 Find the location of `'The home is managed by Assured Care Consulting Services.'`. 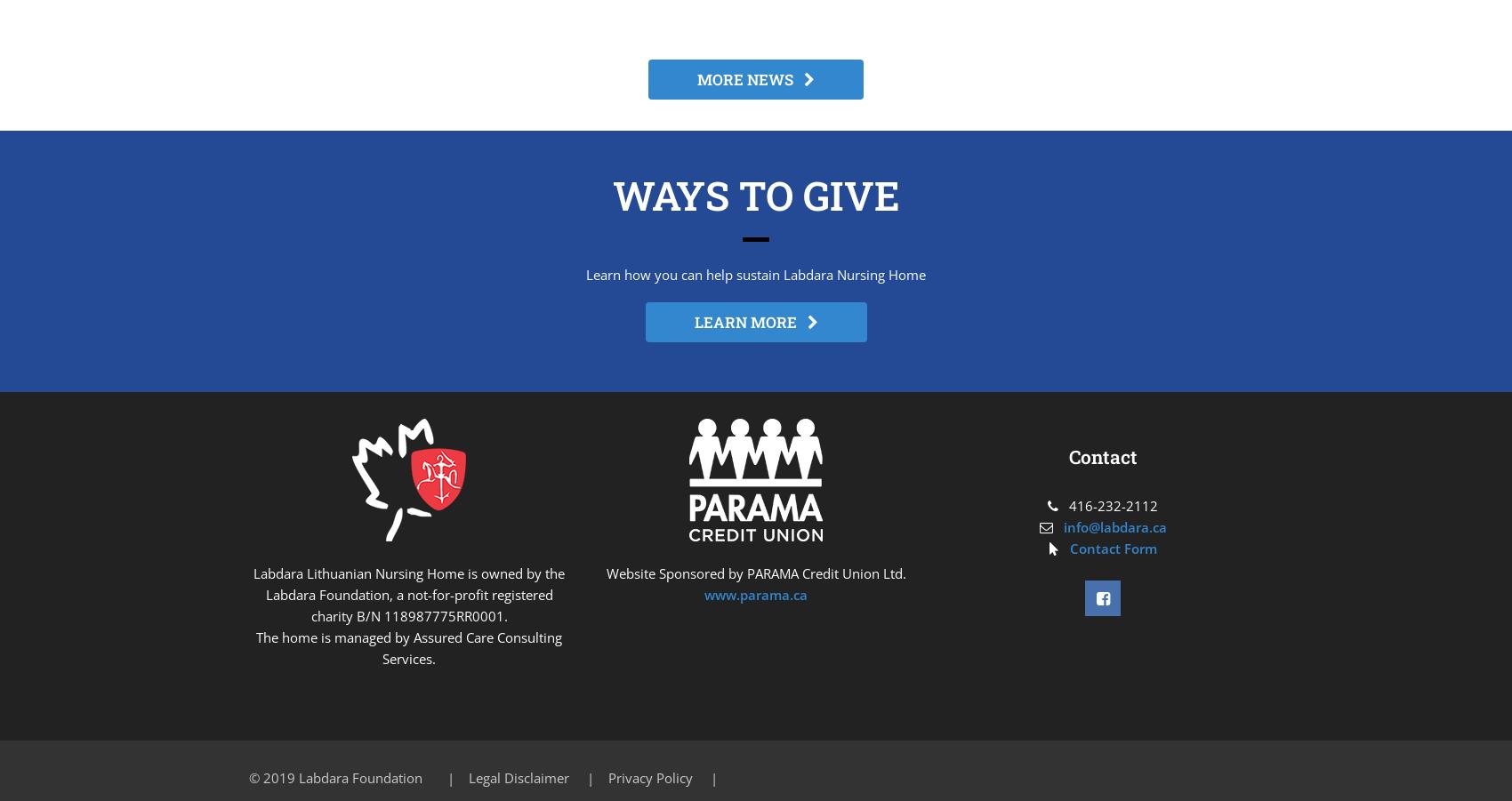

'The home is managed by Assured Care Consulting Services.' is located at coordinates (409, 646).